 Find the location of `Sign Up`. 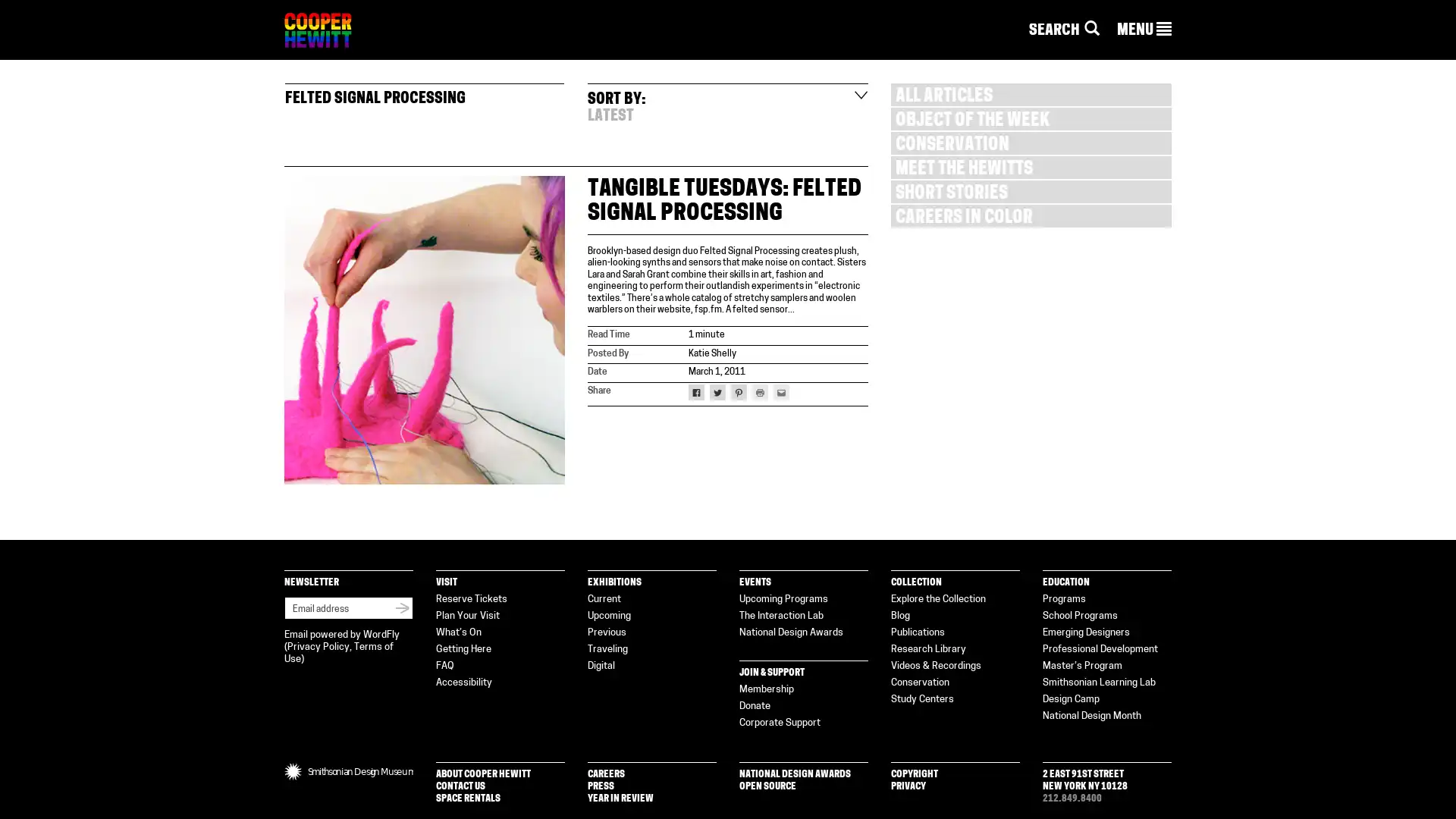

Sign Up is located at coordinates (403, 607).